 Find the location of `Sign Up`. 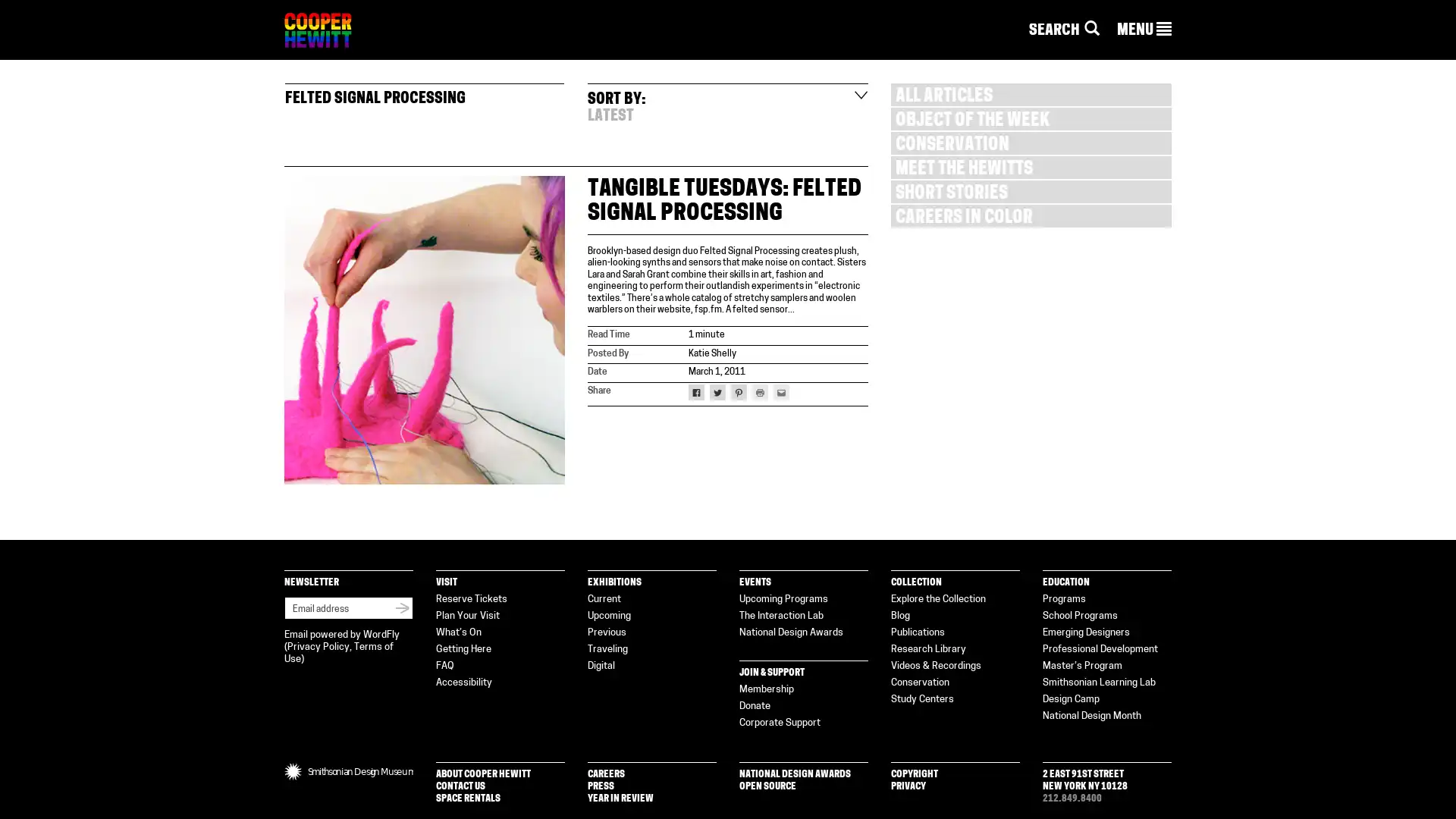

Sign Up is located at coordinates (403, 607).